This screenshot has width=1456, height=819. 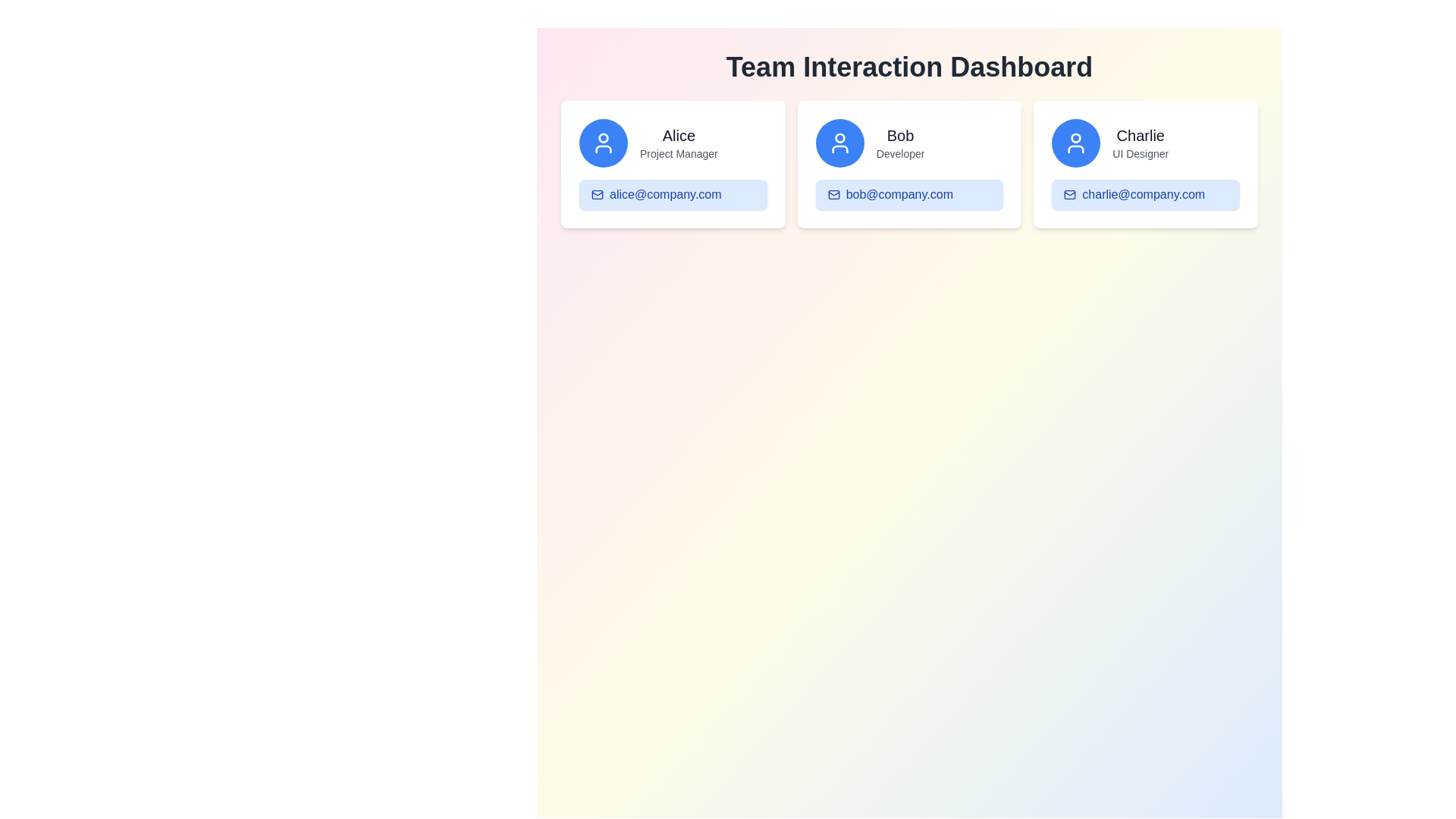 I want to click on the composite informational element for user 'Alice', which features a circular blue icon with a user graphic and text overlays displaying 'Alice' and 'Project Manager', so click(x=672, y=143).